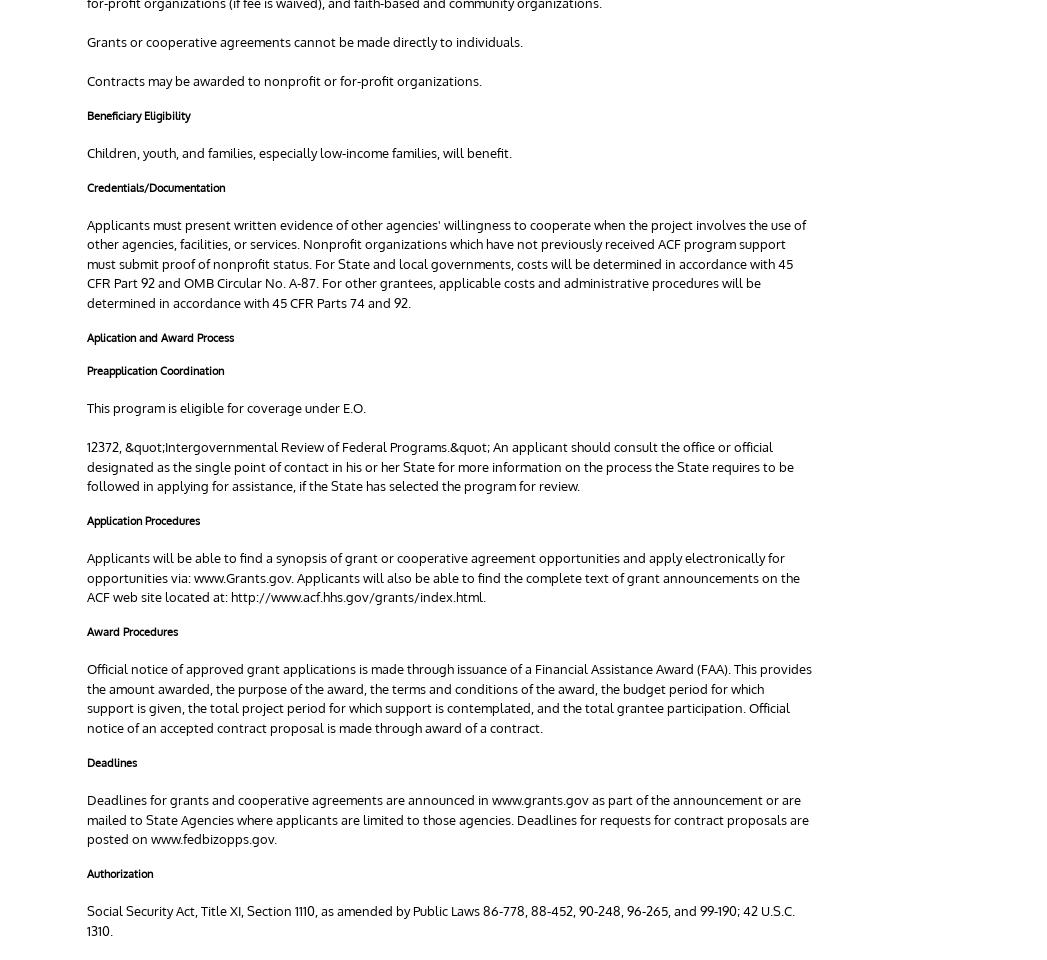 This screenshot has width=1047, height=960. What do you see at coordinates (131, 630) in the screenshot?
I see `'Award Procedures'` at bounding box center [131, 630].